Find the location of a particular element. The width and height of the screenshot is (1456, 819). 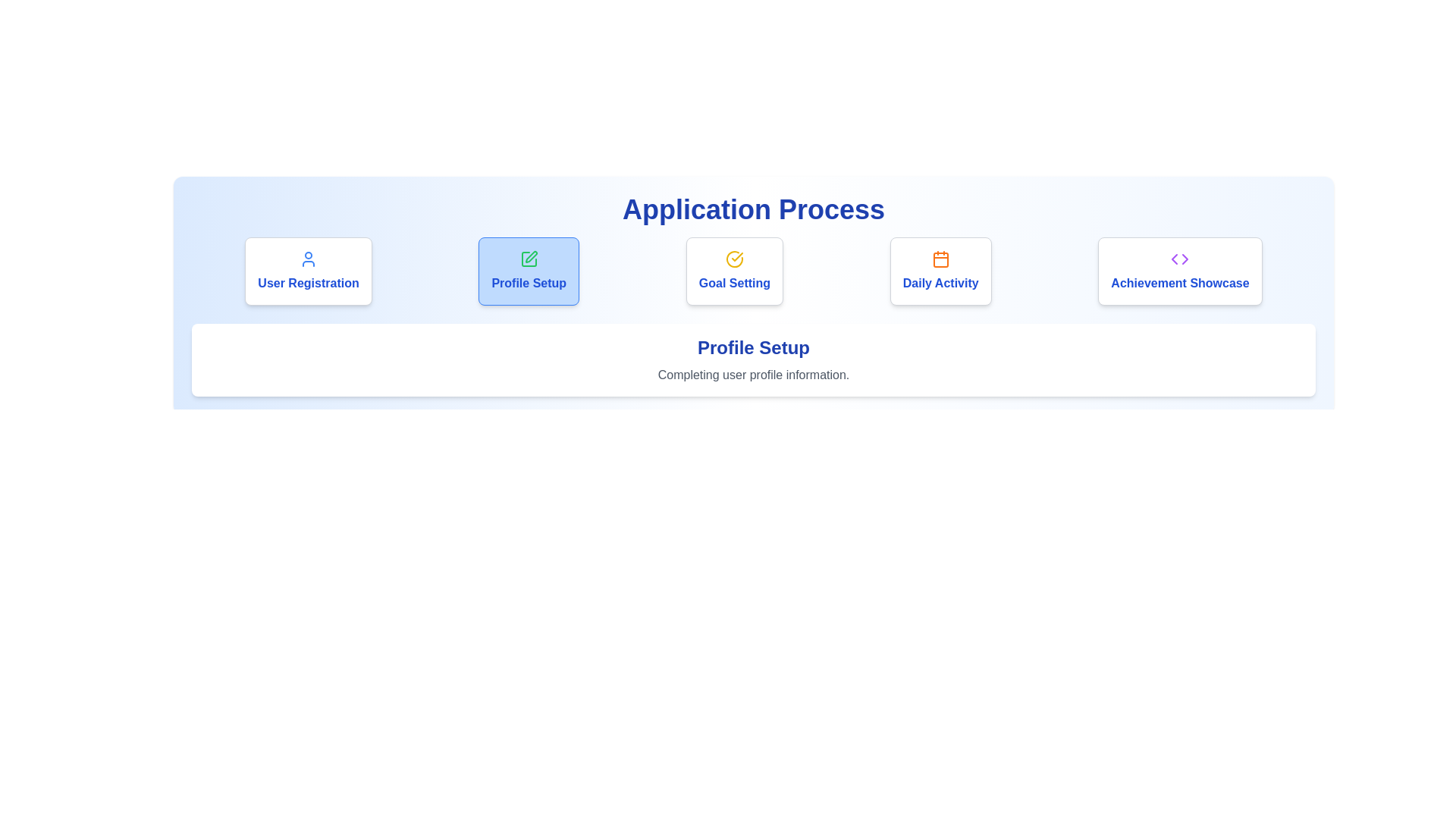

the left-pointing triangle icon inside the 'Achievement Showcase' button, which serves as a visual indicator for navigating to the previous step is located at coordinates (1174, 259).